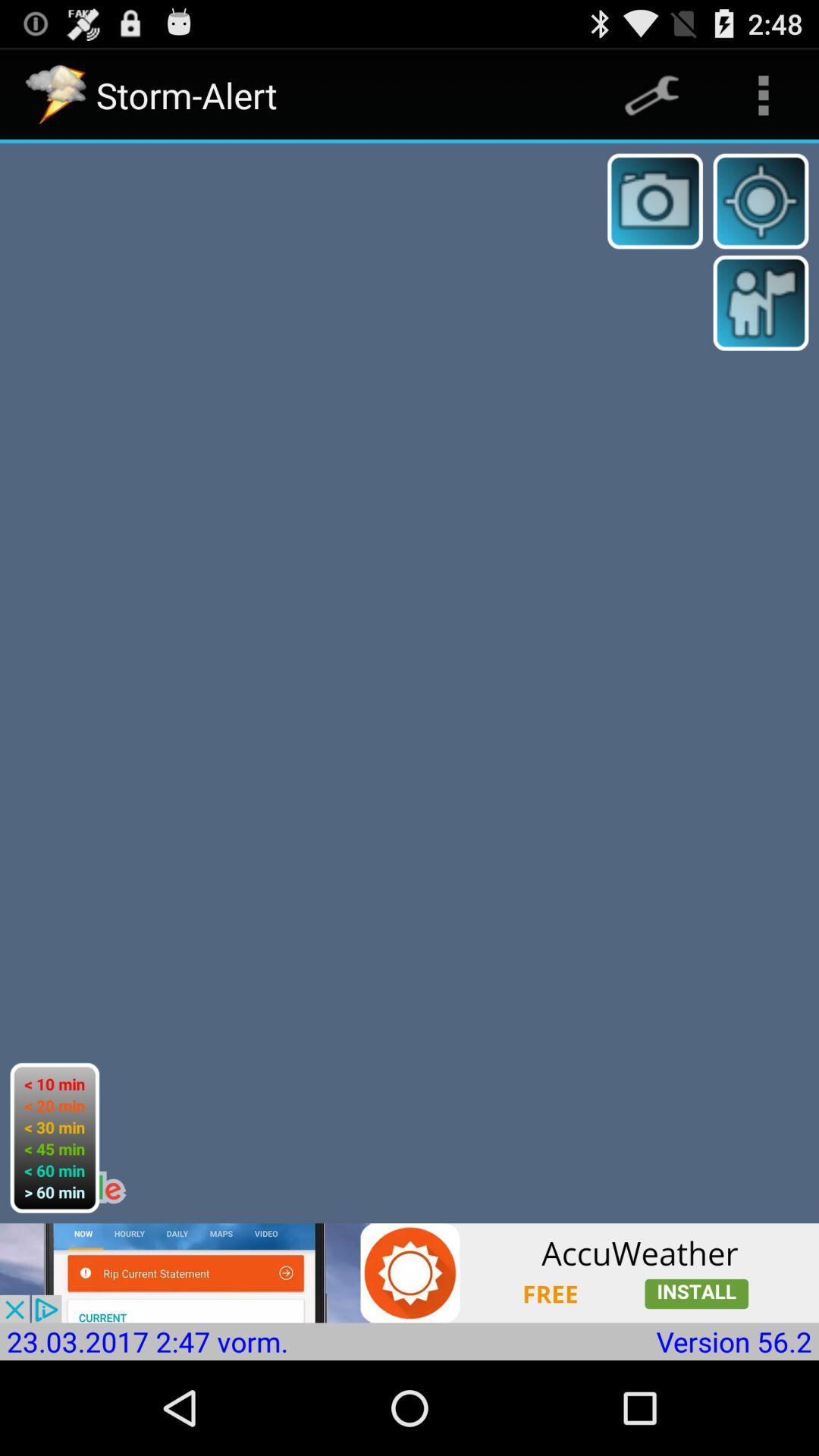  I want to click on take a picture, so click(654, 200).